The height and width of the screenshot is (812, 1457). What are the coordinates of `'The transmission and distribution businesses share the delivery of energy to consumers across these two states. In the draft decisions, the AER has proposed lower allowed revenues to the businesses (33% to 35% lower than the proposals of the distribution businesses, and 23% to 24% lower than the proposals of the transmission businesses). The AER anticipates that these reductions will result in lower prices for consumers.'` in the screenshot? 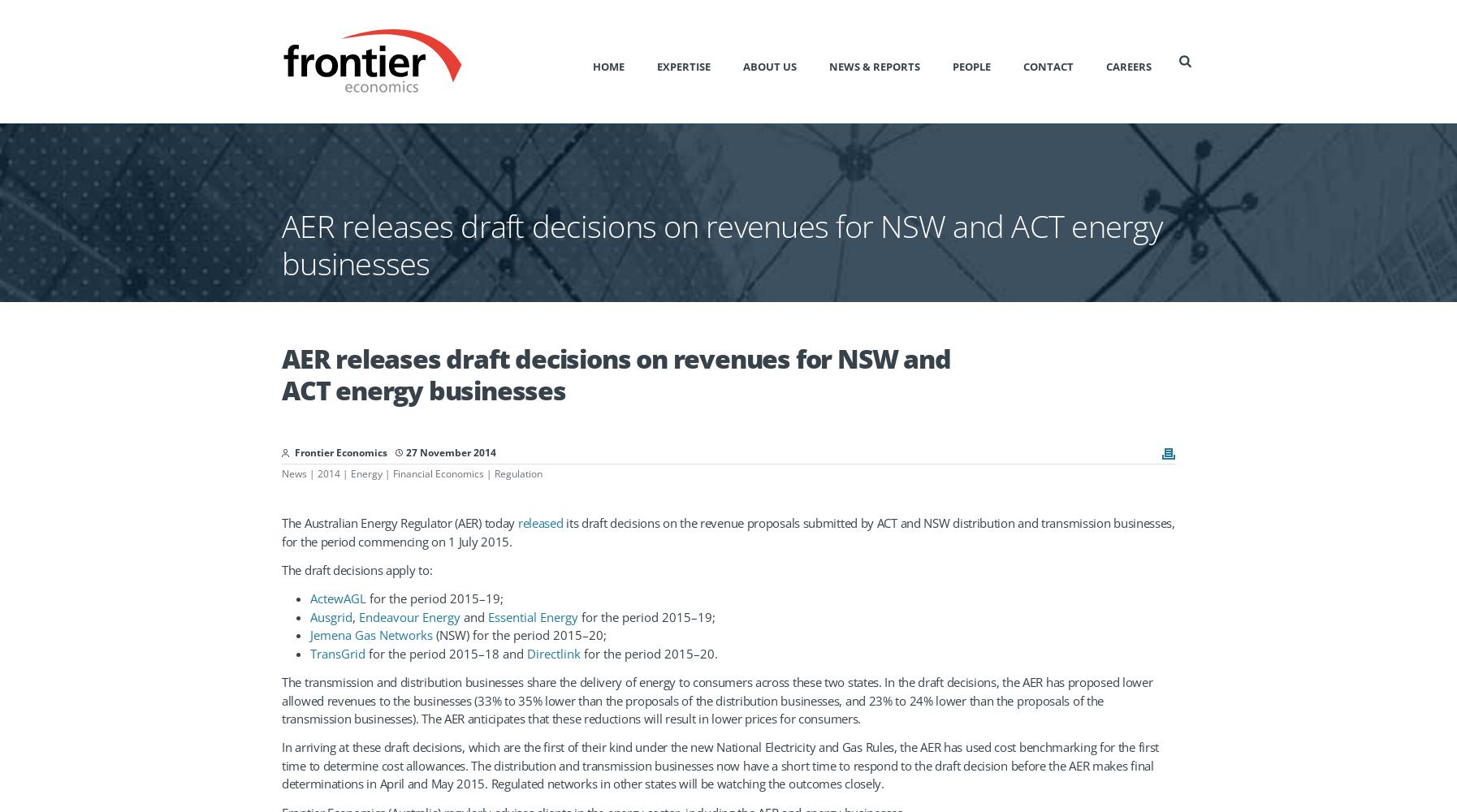 It's located at (280, 699).